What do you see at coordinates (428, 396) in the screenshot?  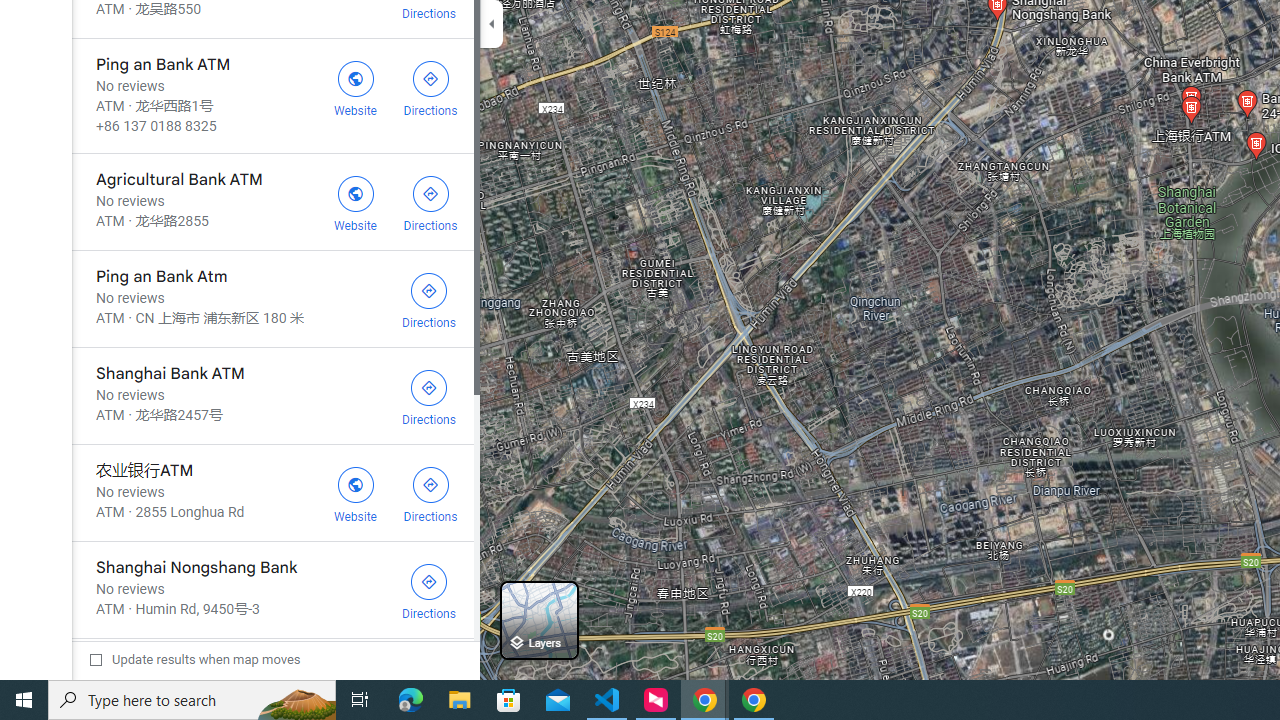 I see `'Get directions to Shanghai Bank ATM'` at bounding box center [428, 396].